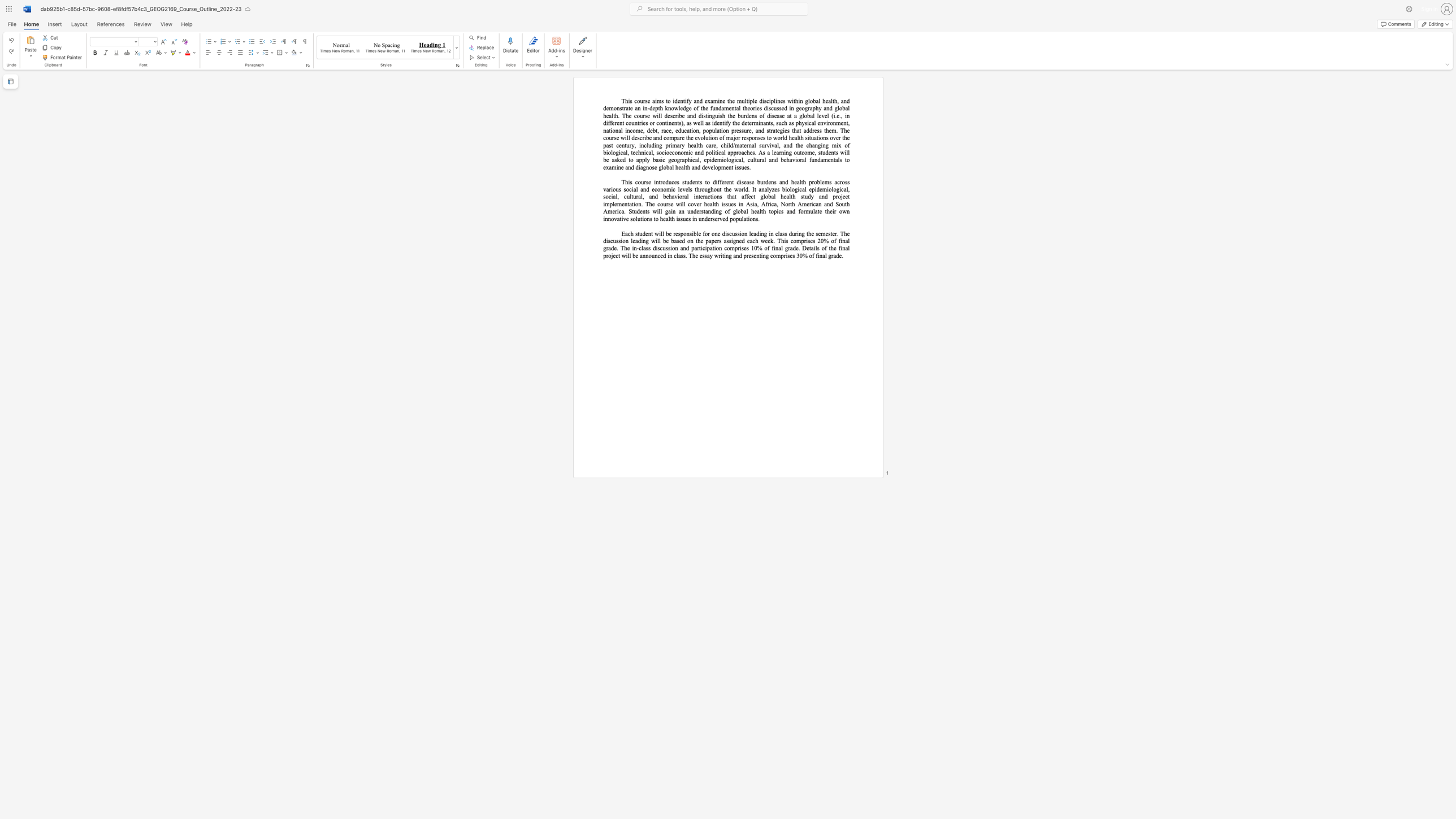 This screenshot has width=1456, height=819. Describe the element at coordinates (674, 196) in the screenshot. I see `the subset text "vioral interactions that affect global health study and project implementation. The course will cover health issues in Asia, Africa, North American and South America. Students will gain an u" within the text "This course introduces students to different disease burdens and health problems across various social and economic levels throughout the world. It analyzes biological epidemiological, social, cultural, and behavioral interactions that affect global health study and project implementation. The course will cover health issues in Asia, Africa, North American and South America. Students will gain an understanding of global health topics and formulate their own innovative solutions to health issues in underserv"` at that location.